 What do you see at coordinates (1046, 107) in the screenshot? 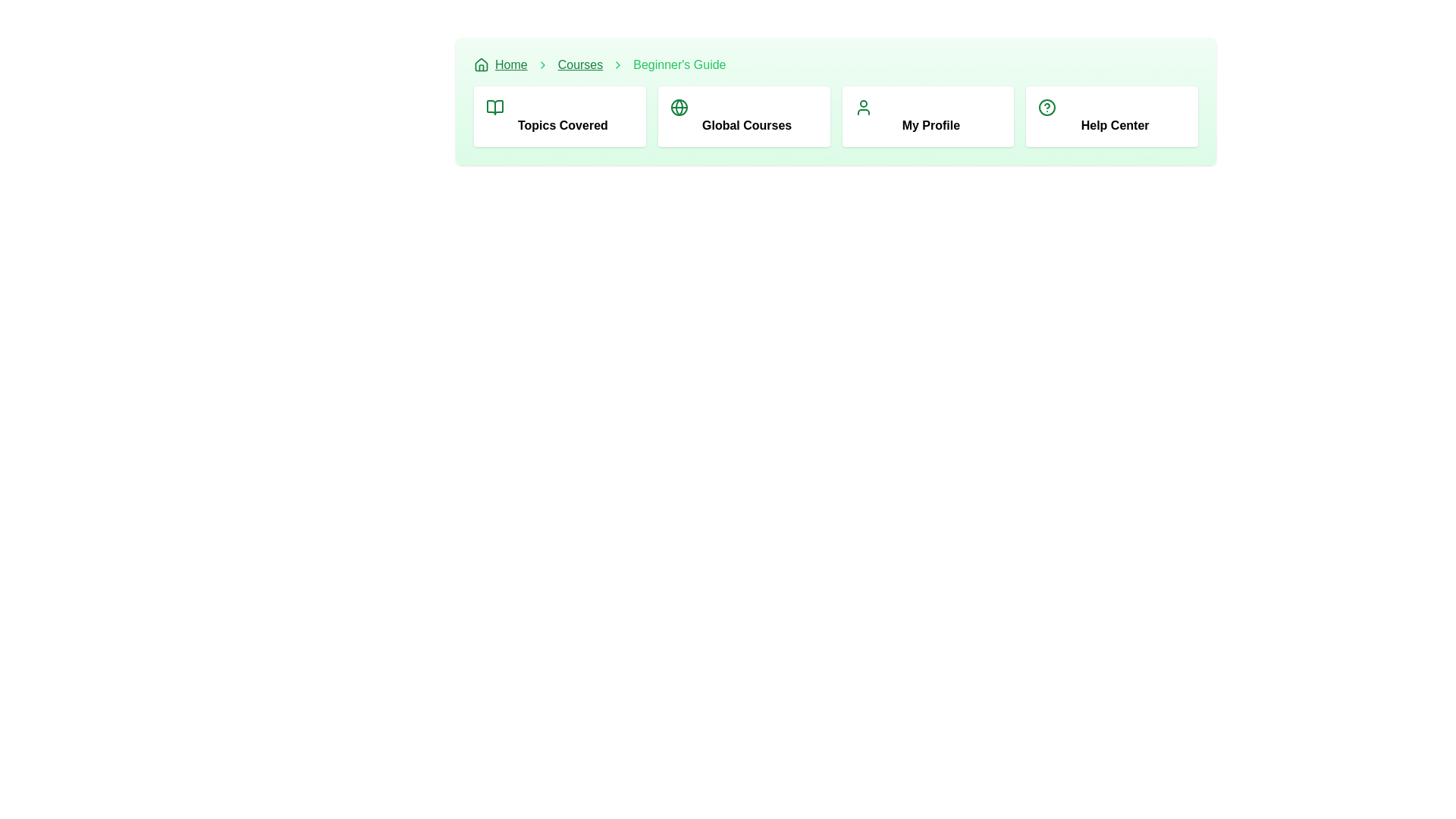
I see `the green circular SVG graphic element that represents a help or information marker, located in the top-right header of the interface as part of the Help Center button` at bounding box center [1046, 107].